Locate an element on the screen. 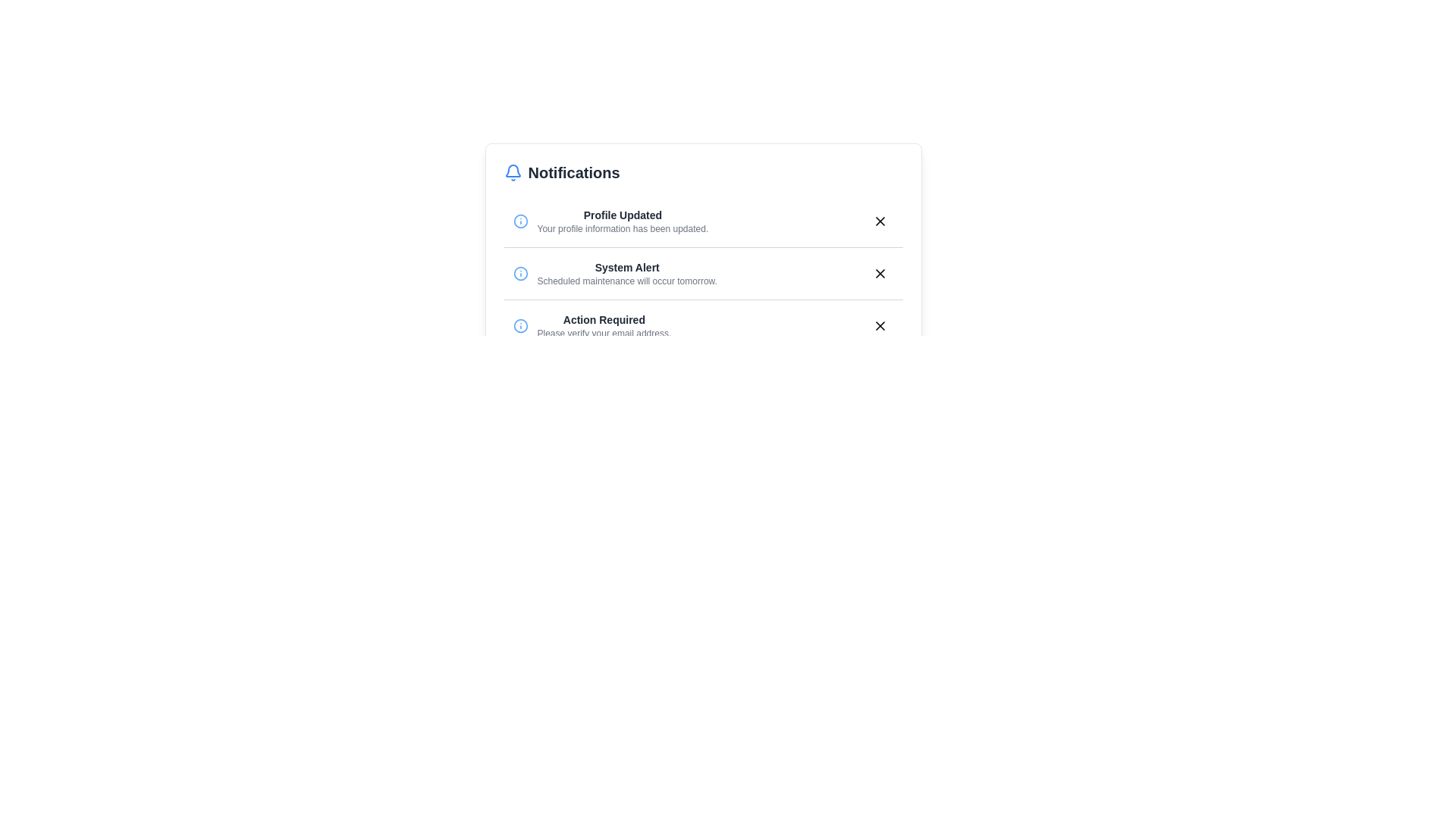 The height and width of the screenshot is (819, 1456). the 'Profile Updated' static text element which is bold and larger than the surrounding text, positioned at the top of the notification message is located at coordinates (623, 215).